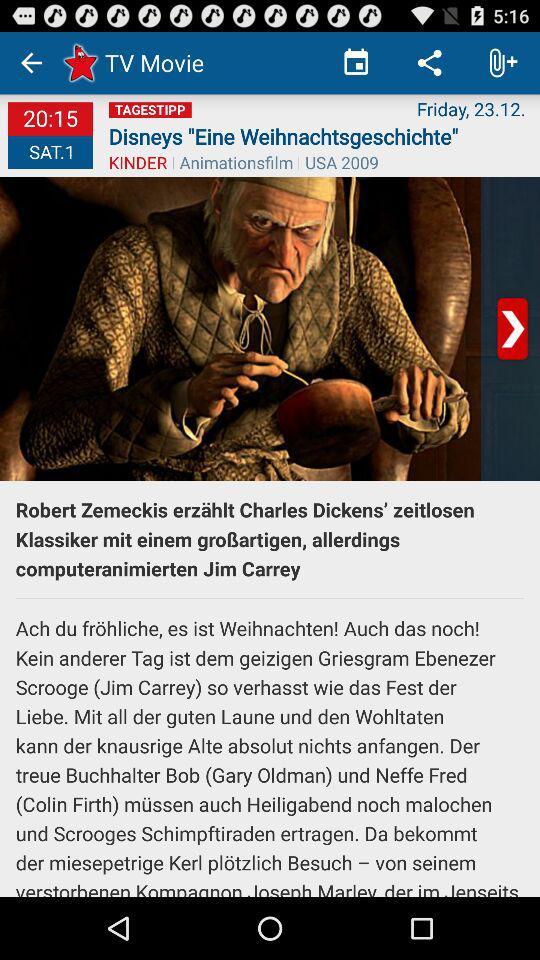  What do you see at coordinates (355, 62) in the screenshot?
I see `the app next to tv movie item` at bounding box center [355, 62].